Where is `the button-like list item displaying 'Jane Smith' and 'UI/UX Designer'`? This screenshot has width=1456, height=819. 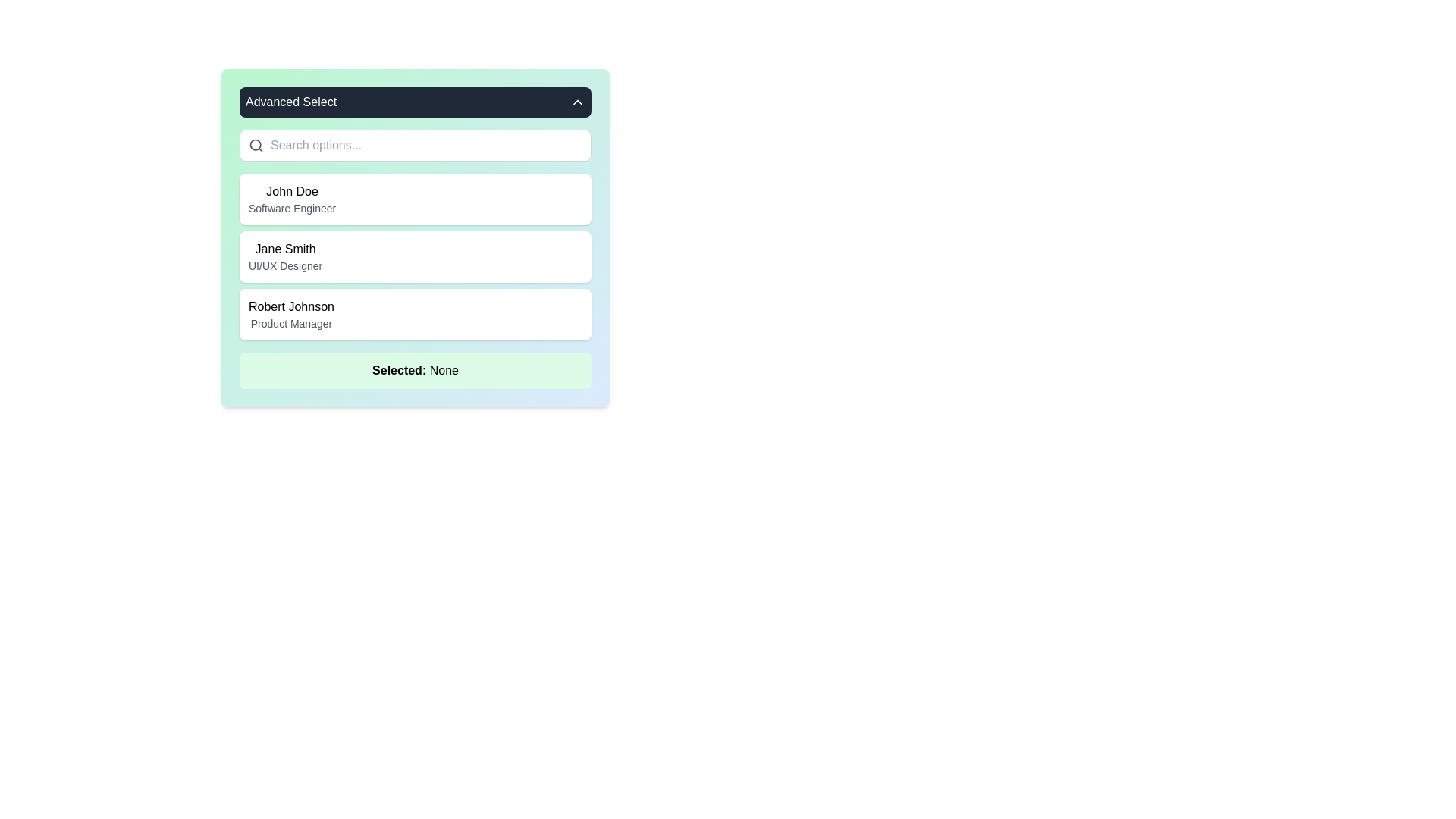 the button-like list item displaying 'Jane Smith' and 'UI/UX Designer' is located at coordinates (415, 237).